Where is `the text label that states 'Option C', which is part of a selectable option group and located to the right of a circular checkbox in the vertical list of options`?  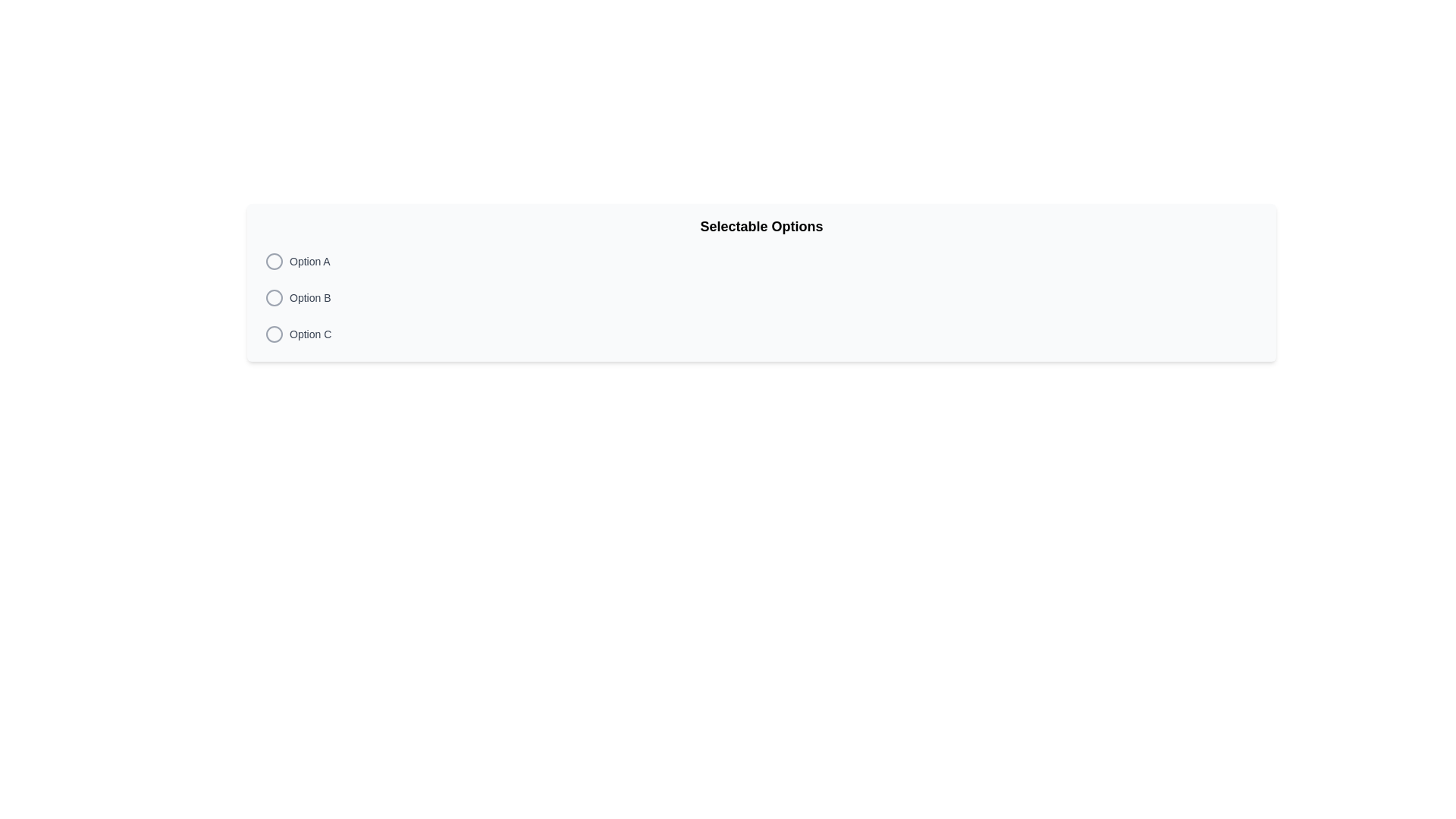
the text label that states 'Option C', which is part of a selectable option group and located to the right of a circular checkbox in the vertical list of options is located at coordinates (309, 333).